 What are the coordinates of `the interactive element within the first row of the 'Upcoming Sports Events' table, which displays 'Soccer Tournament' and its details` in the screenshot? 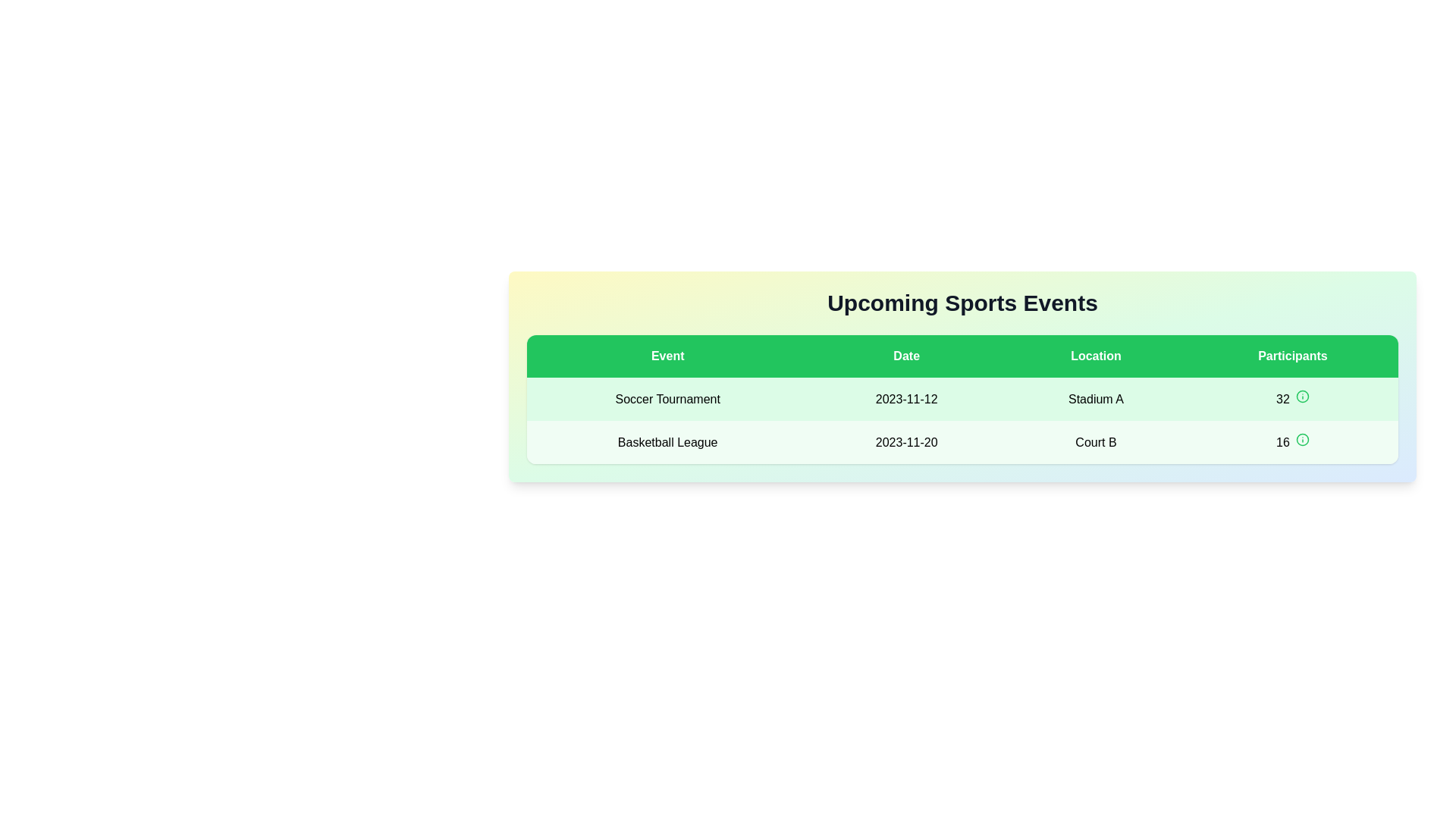 It's located at (962, 398).